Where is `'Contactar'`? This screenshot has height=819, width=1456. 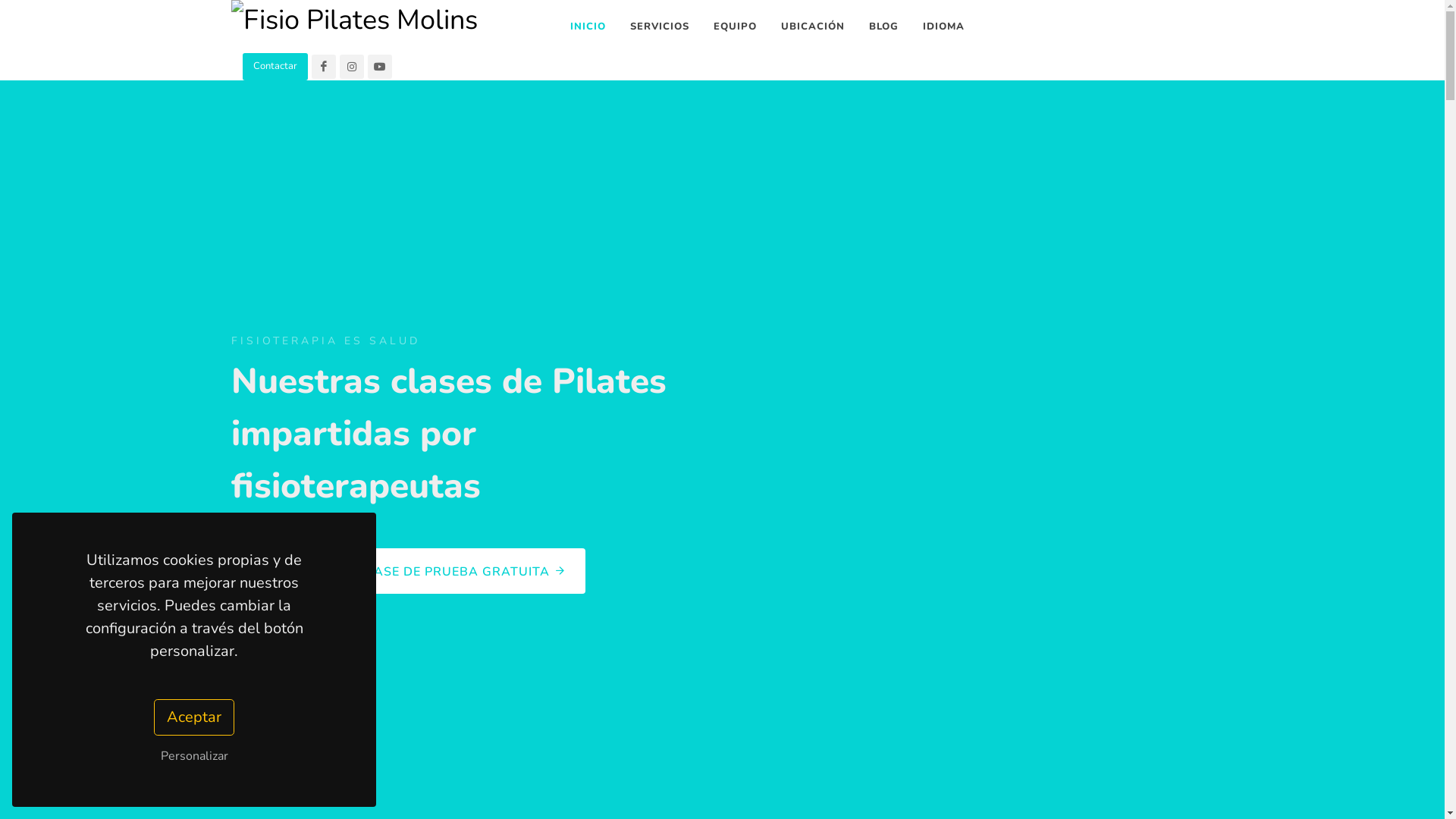
'Contactar' is located at coordinates (243, 66).